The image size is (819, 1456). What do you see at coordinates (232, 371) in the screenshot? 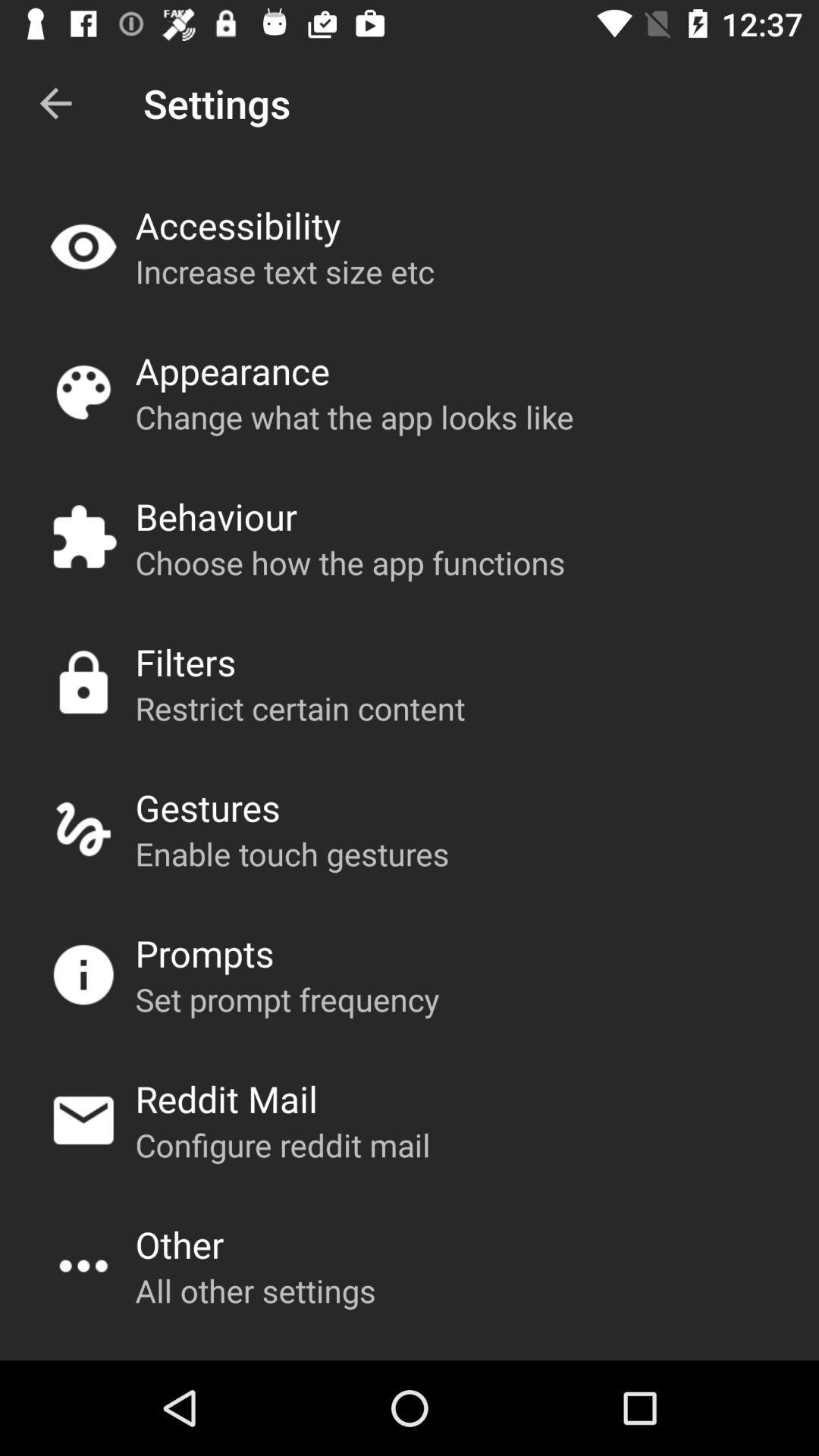
I see `the app below increase text size app` at bounding box center [232, 371].